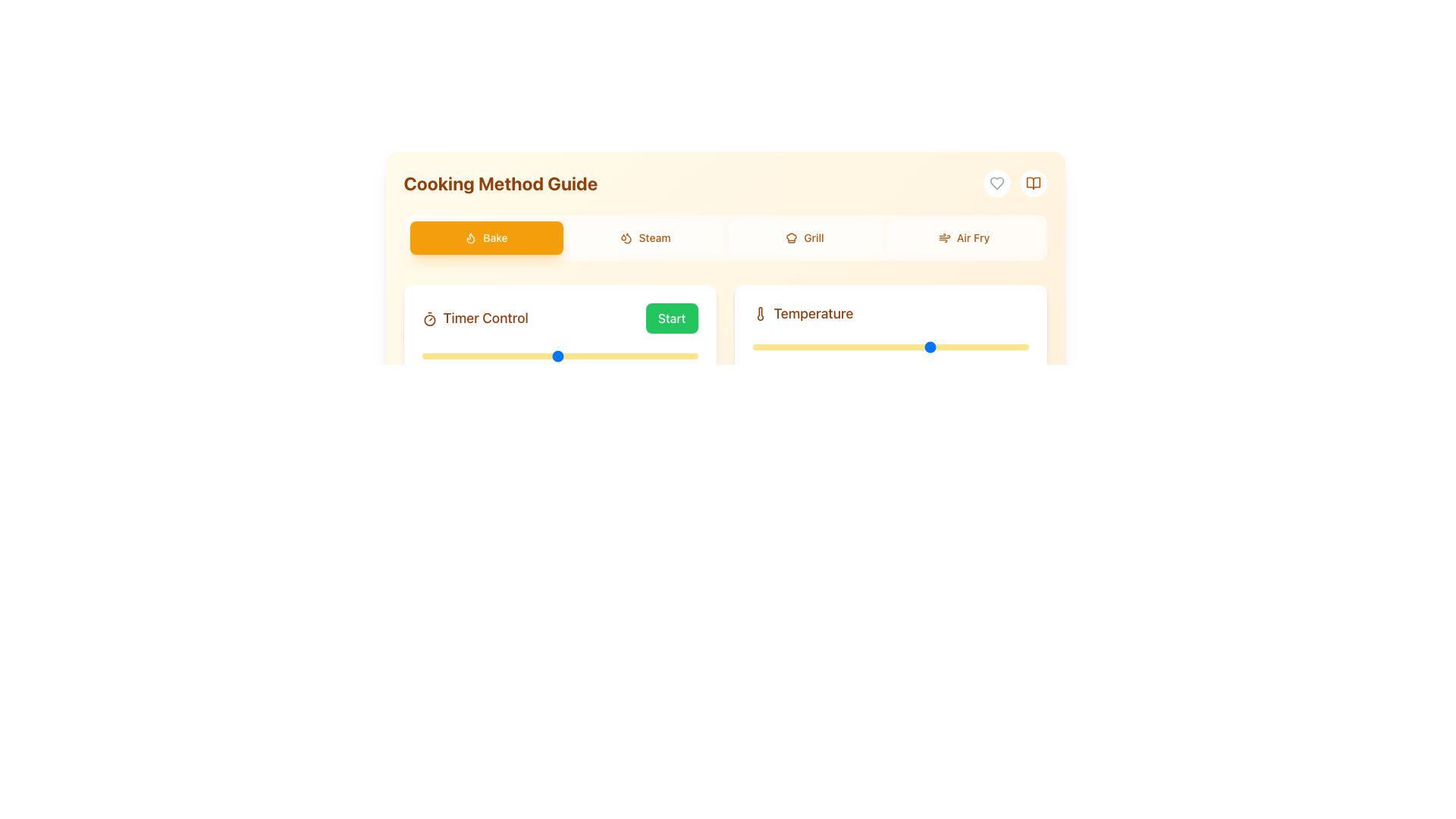 This screenshot has height=819, width=1456. Describe the element at coordinates (428, 318) in the screenshot. I see `the timer icon, which is a circular outline with a knob at the top, located next to the 'Timer Control' text on a yellow background` at that location.